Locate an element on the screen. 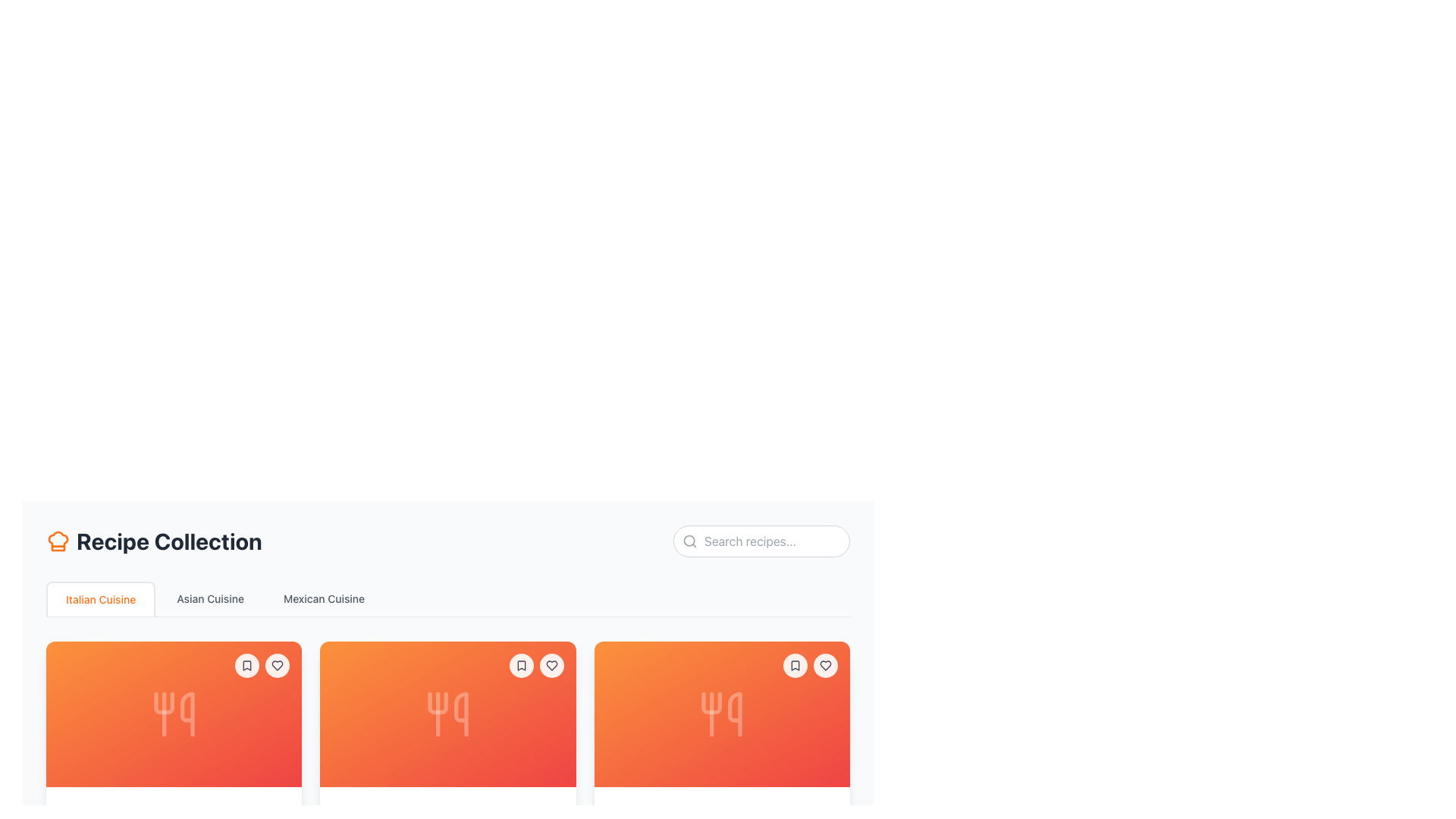  the heart icon button located in the top-right corner of the orange recipe card to potentially reveal additional options is located at coordinates (551, 665).